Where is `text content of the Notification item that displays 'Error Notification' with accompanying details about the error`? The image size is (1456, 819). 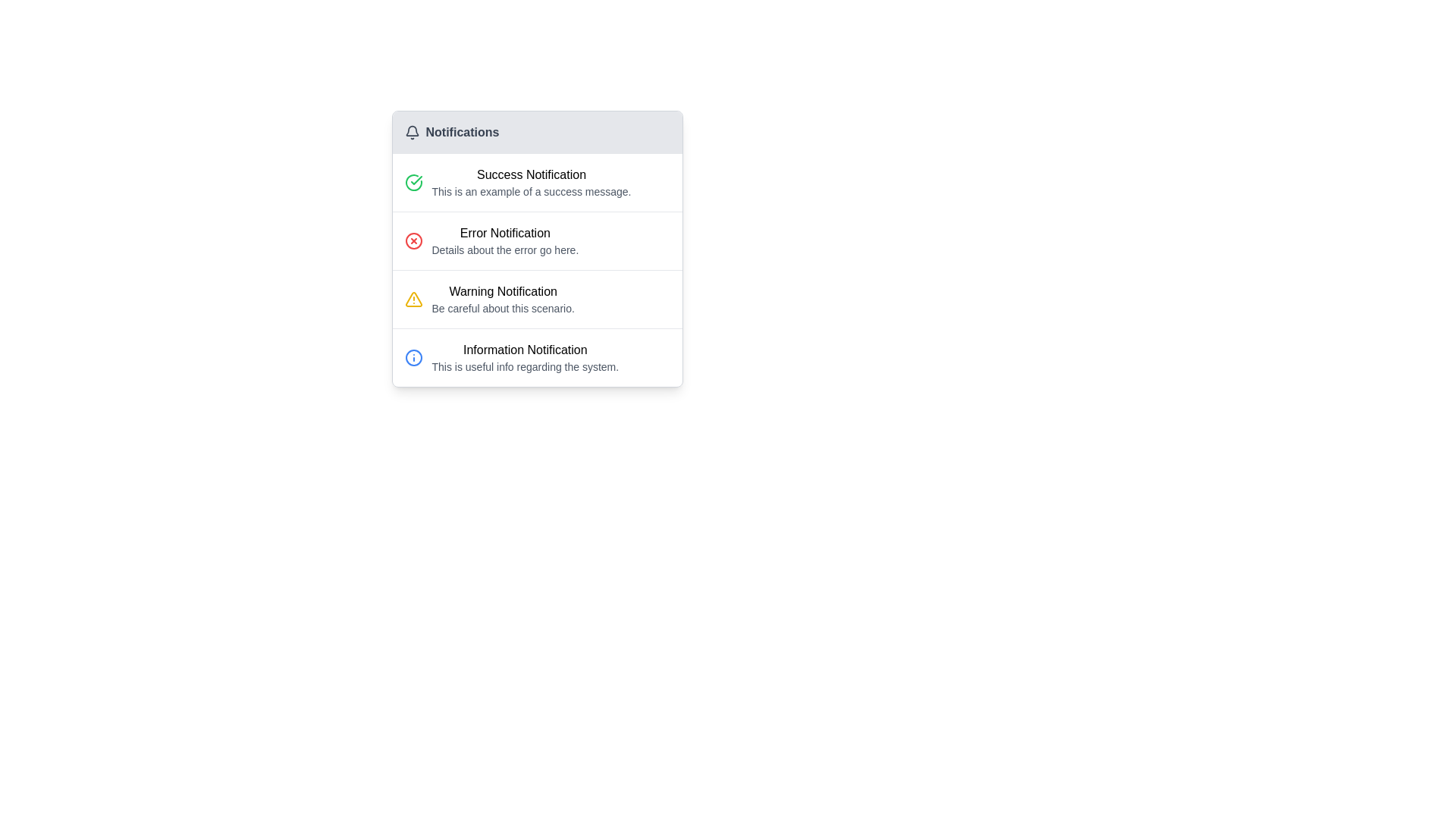
text content of the Notification item that displays 'Error Notification' with accompanying details about the error is located at coordinates (505, 240).